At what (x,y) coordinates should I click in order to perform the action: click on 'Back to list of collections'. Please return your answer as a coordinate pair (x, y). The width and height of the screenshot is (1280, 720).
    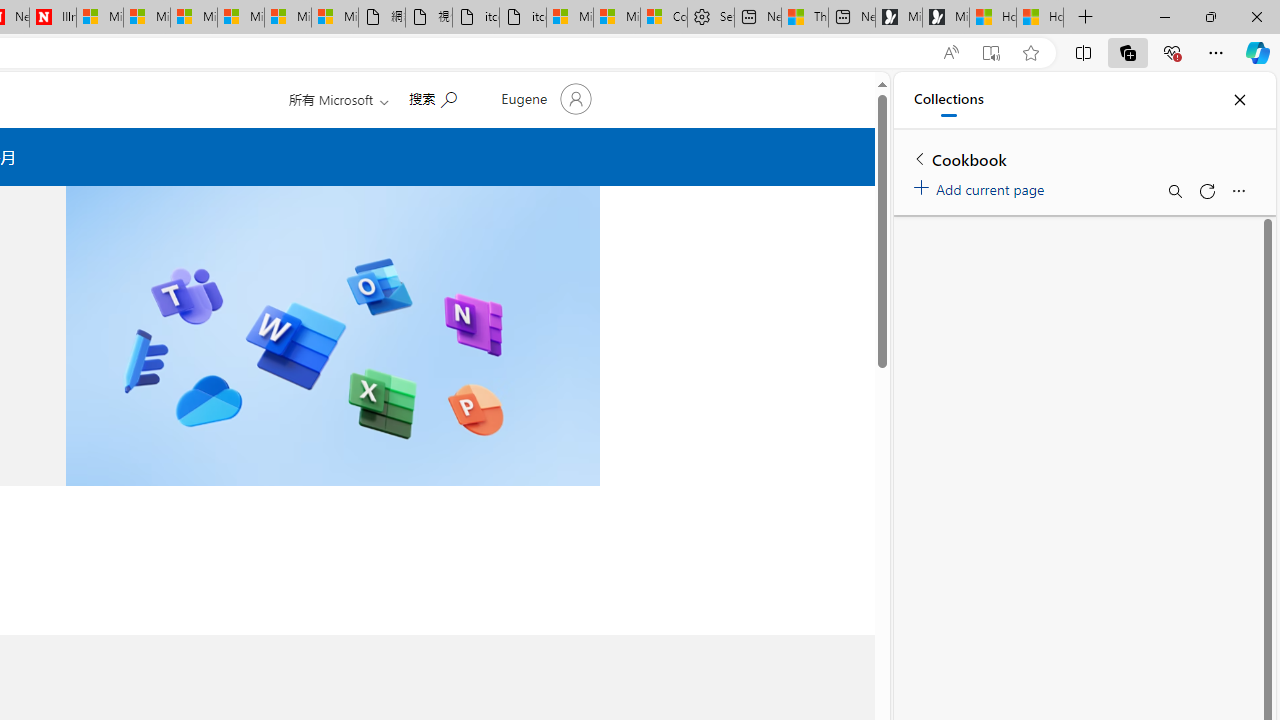
    Looking at the image, I should click on (919, 158).